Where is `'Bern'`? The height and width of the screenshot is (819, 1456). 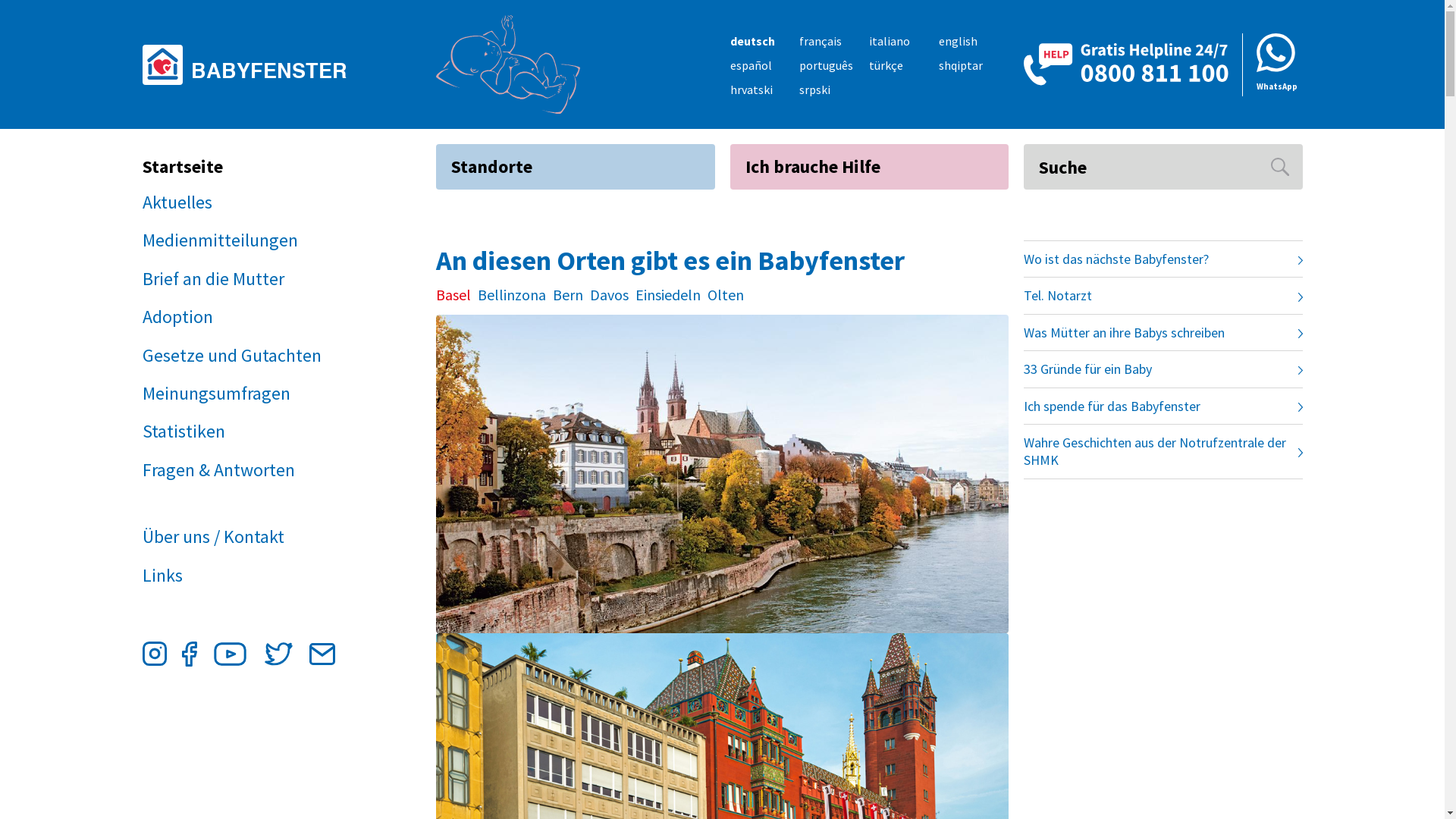
'Bern' is located at coordinates (552, 295).